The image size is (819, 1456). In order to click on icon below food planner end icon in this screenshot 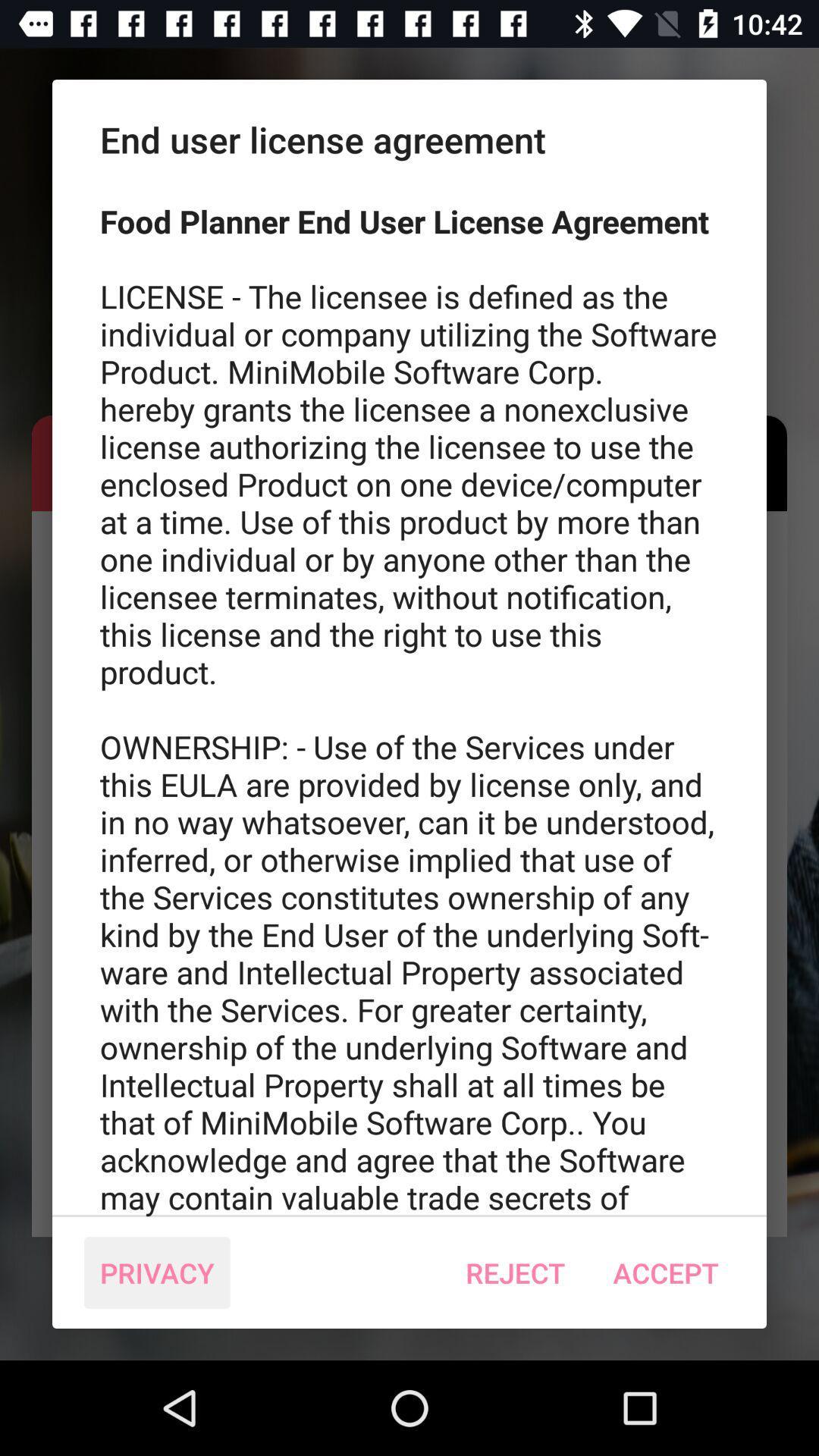, I will do `click(514, 1272)`.